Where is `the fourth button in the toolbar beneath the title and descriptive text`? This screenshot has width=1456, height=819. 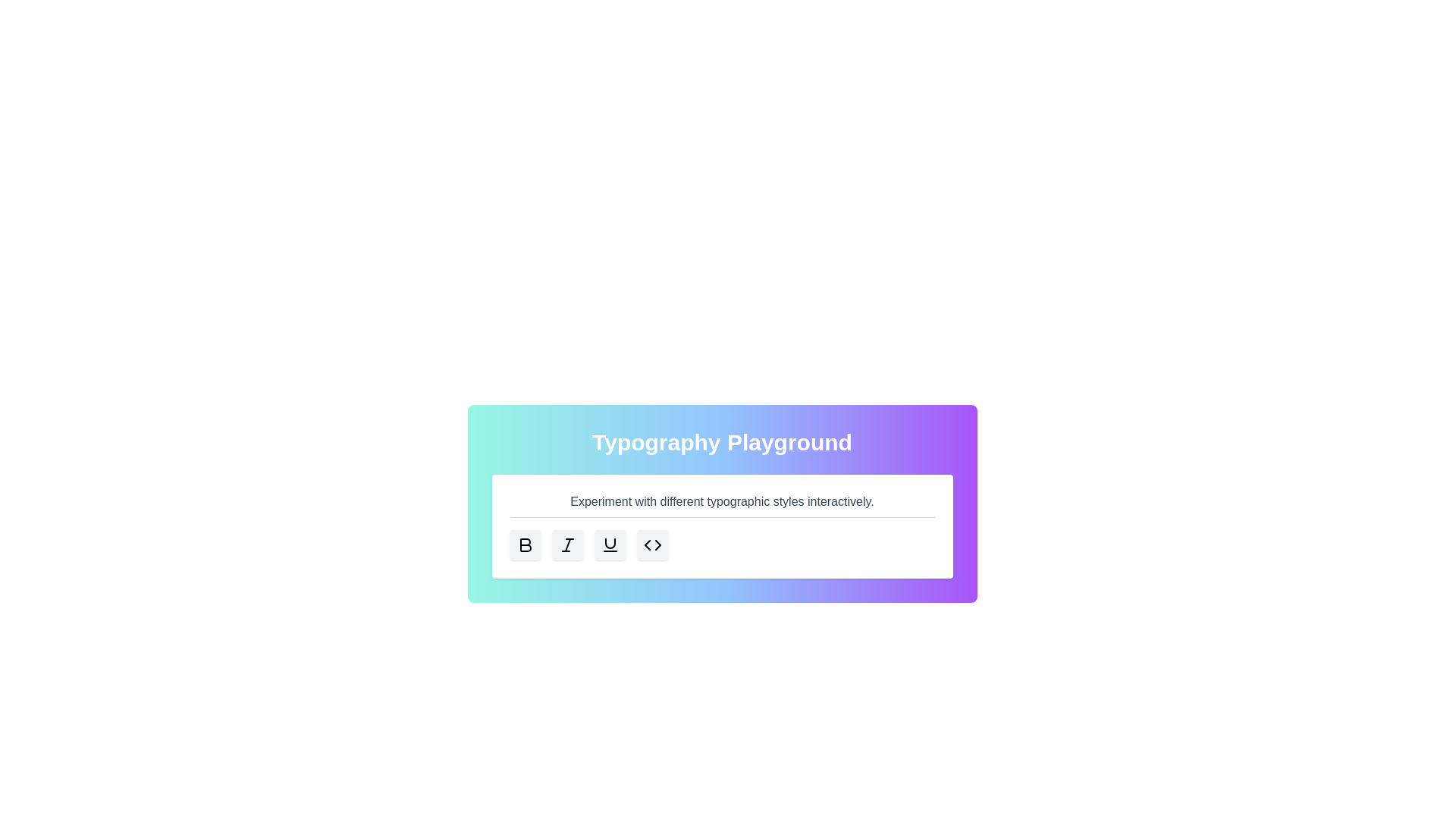 the fourth button in the toolbar beneath the title and descriptive text is located at coordinates (652, 544).